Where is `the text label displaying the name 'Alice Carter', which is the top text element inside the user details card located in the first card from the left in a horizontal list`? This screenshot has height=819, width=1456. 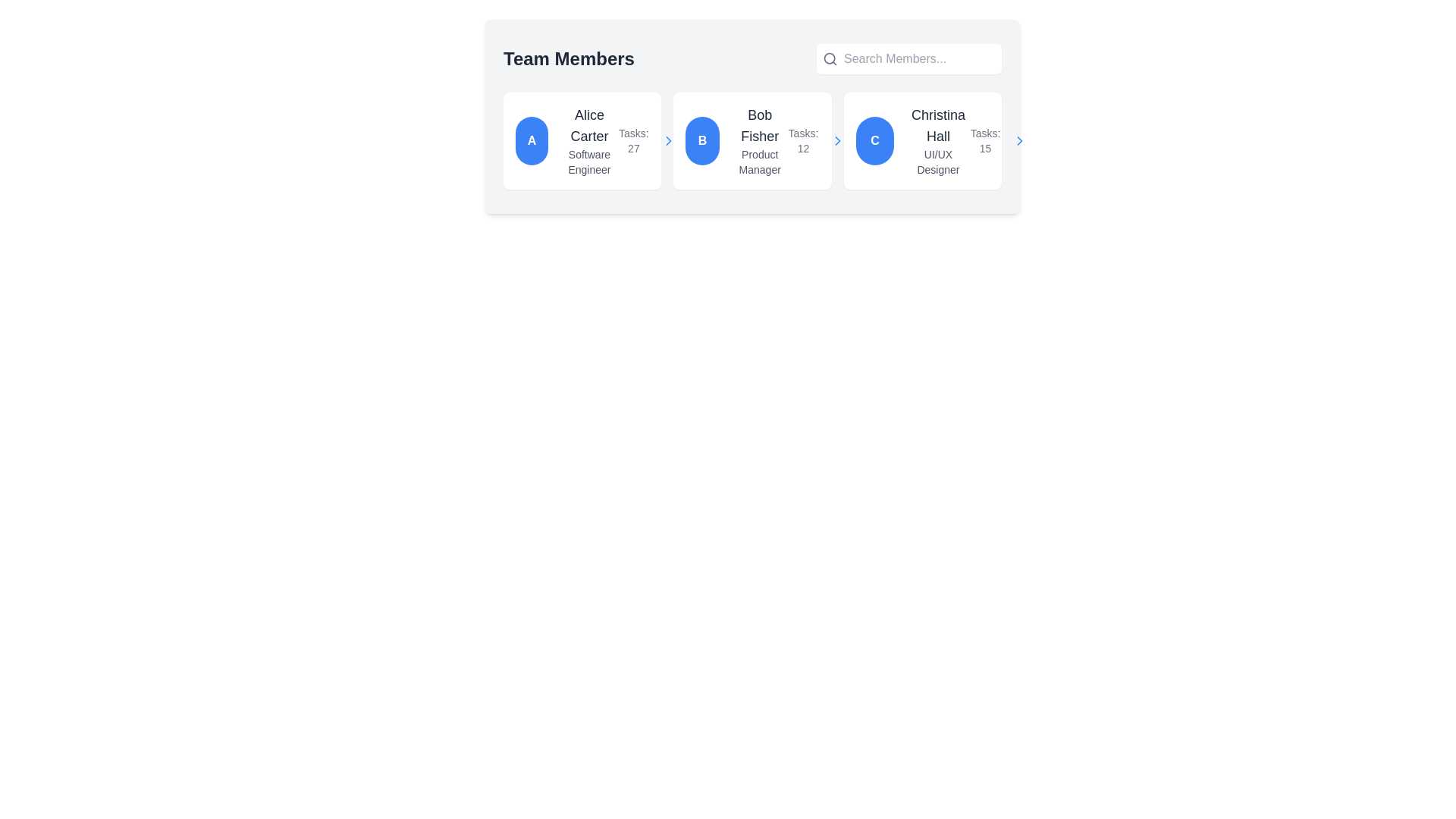
the text label displaying the name 'Alice Carter', which is the top text element inside the user details card located in the first card from the left in a horizontal list is located at coordinates (588, 124).